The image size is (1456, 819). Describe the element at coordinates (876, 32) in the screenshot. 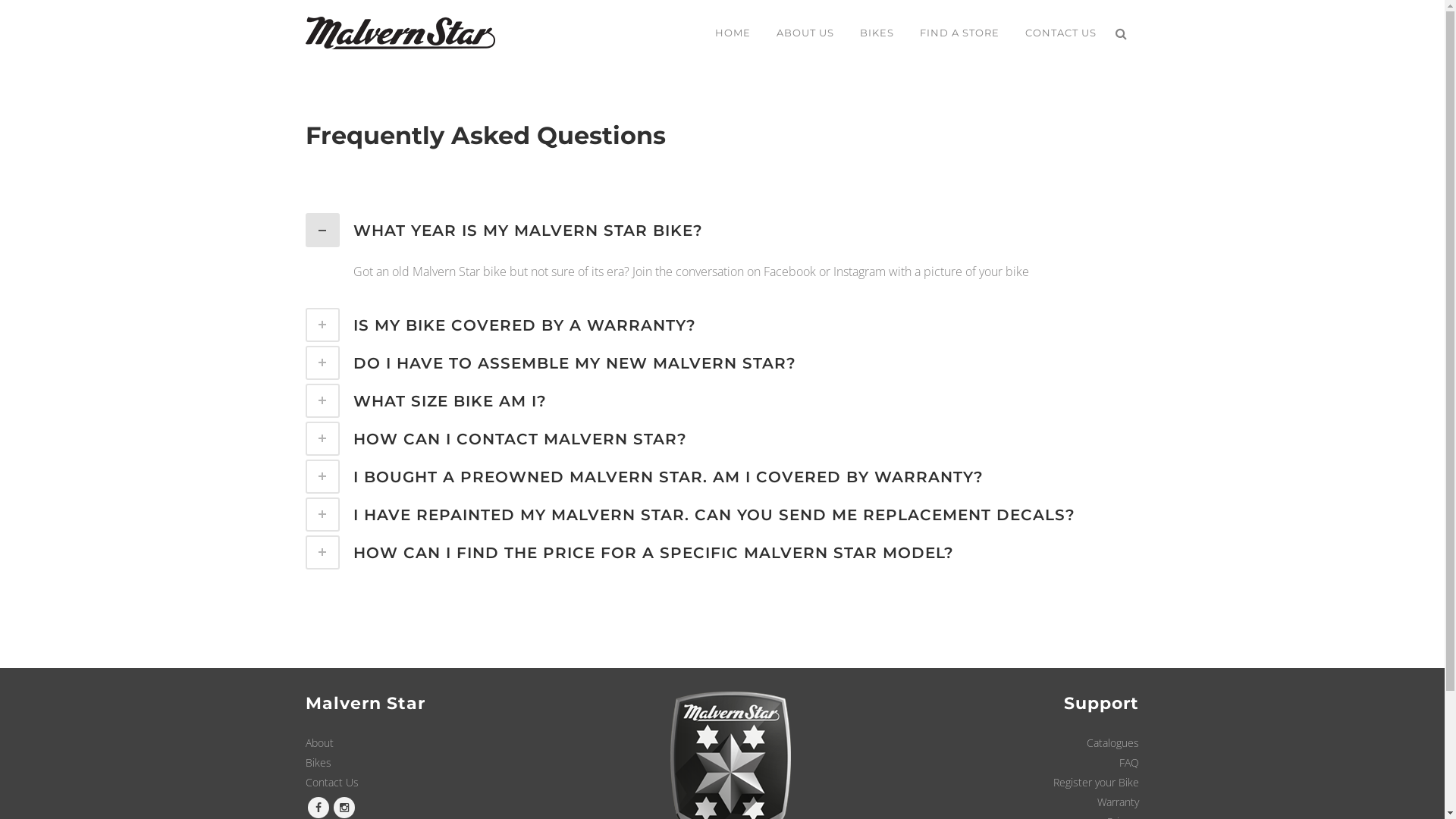

I see `'BIKES'` at that location.